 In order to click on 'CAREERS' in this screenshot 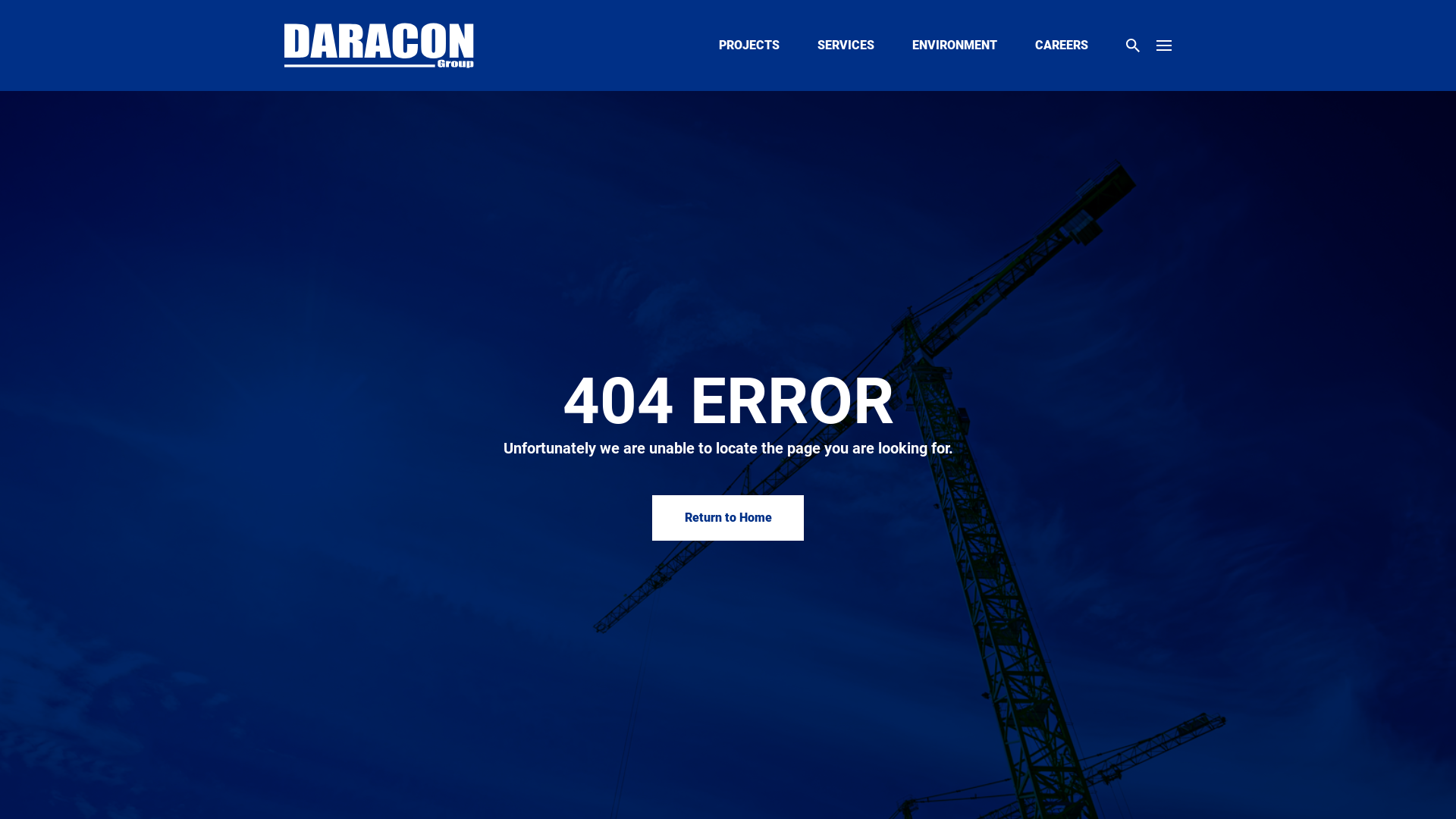, I will do `click(1061, 44)`.